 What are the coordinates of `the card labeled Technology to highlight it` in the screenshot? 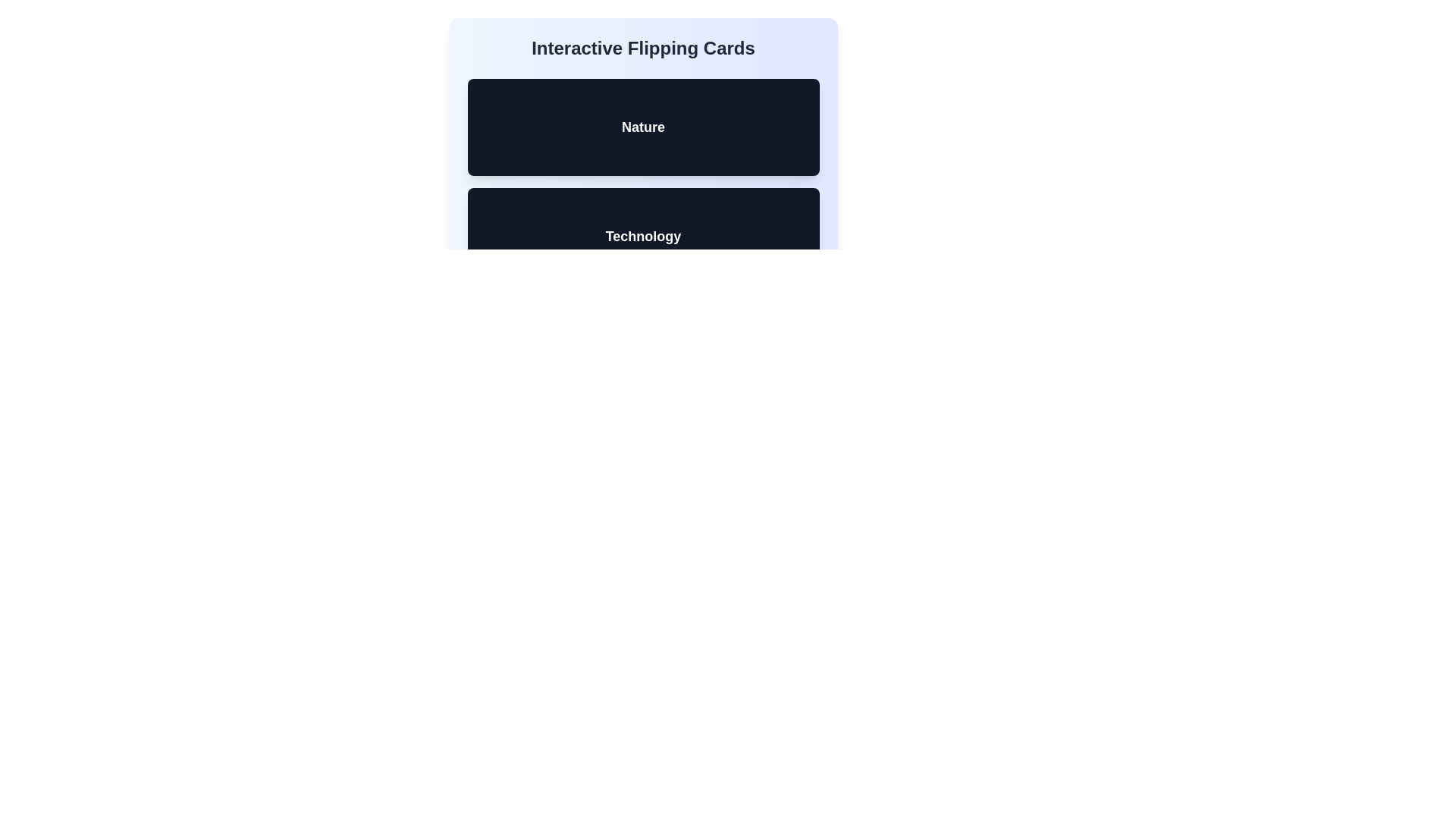 It's located at (643, 237).